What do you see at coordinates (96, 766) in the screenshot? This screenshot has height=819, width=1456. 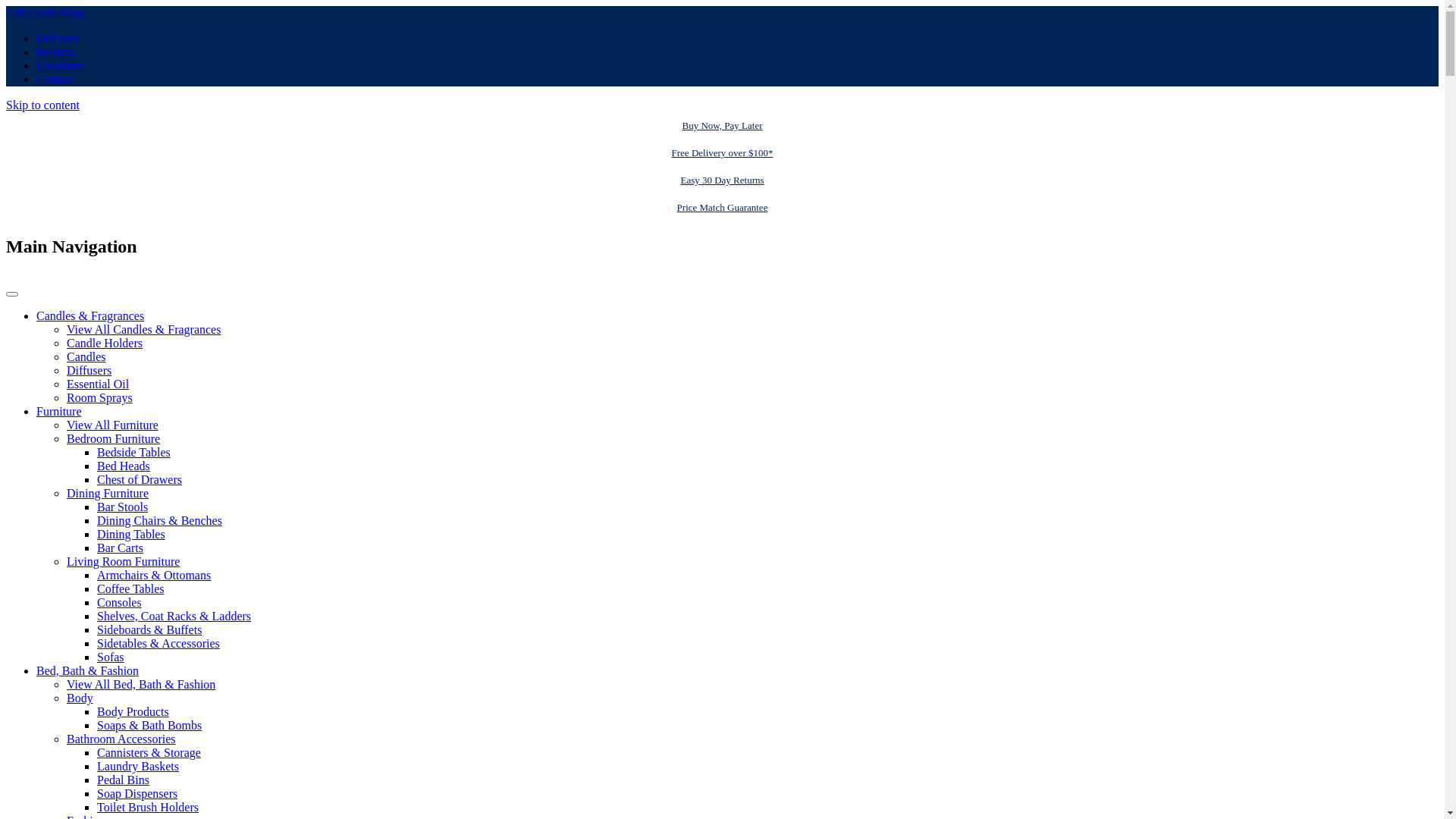 I see `'Laundry Baskets'` at bounding box center [96, 766].